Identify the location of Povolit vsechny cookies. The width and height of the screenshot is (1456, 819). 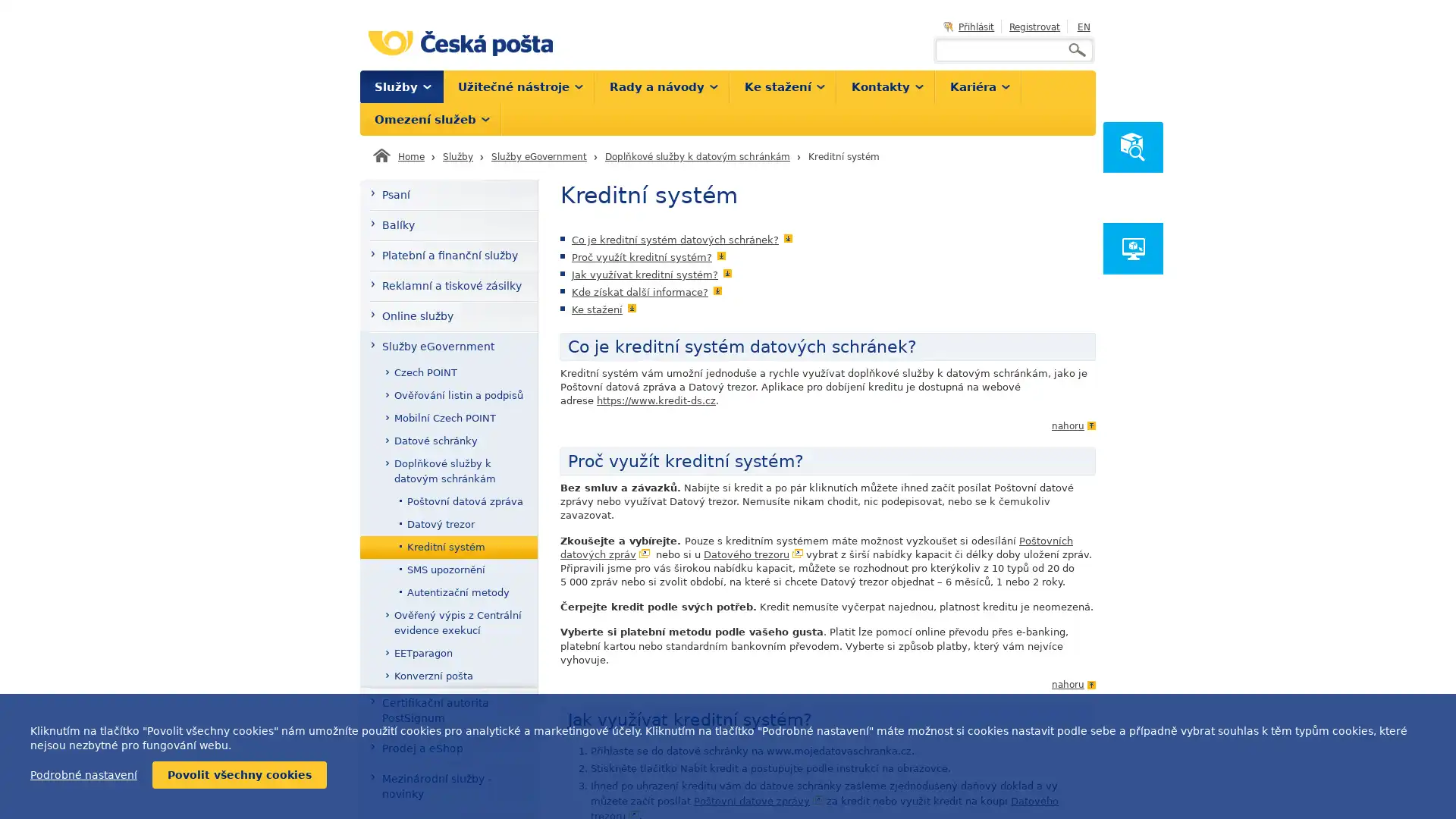
(239, 775).